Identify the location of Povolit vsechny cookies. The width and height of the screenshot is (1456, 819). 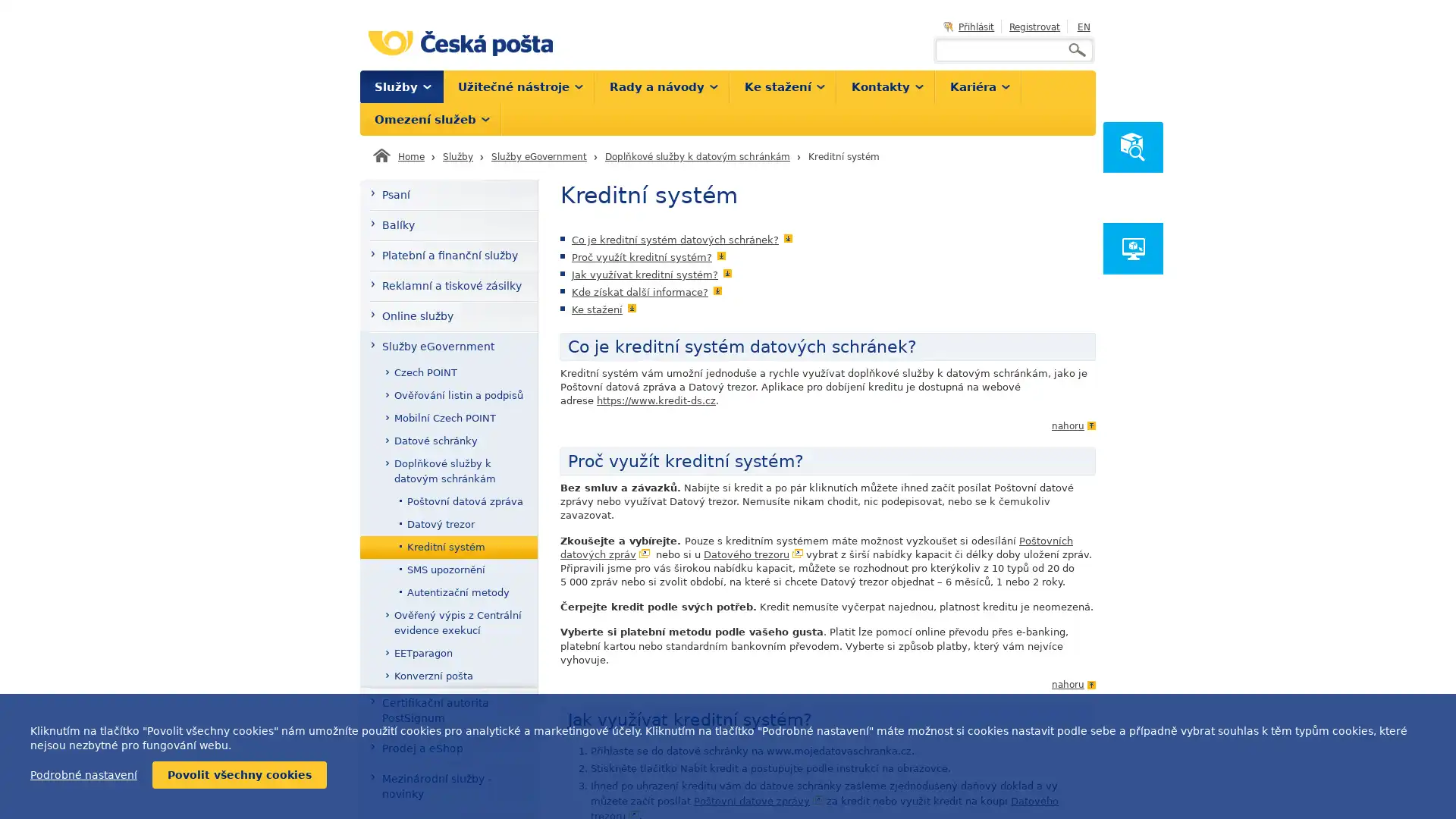
(239, 775).